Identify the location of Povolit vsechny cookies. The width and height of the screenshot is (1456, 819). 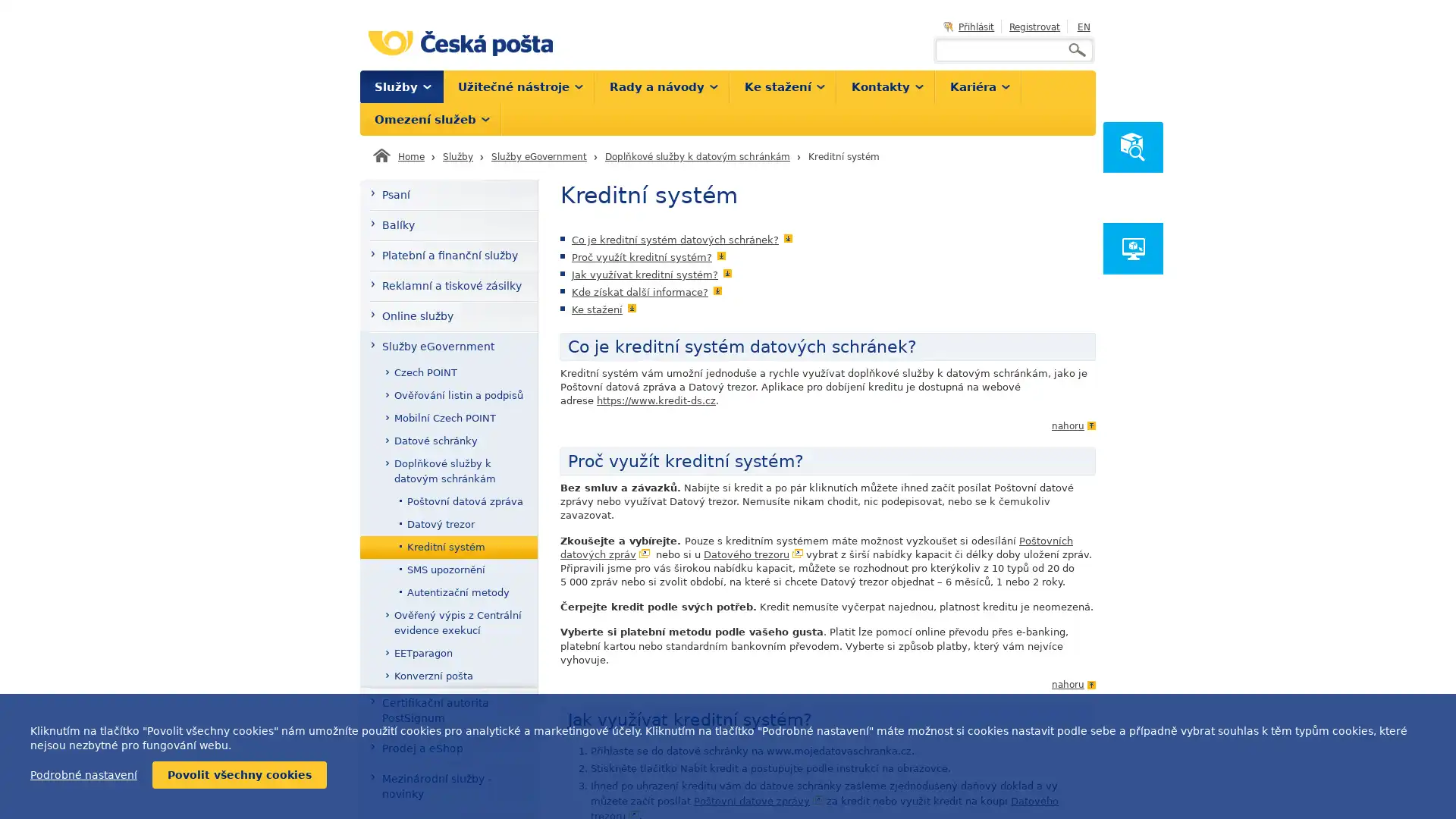
(239, 775).